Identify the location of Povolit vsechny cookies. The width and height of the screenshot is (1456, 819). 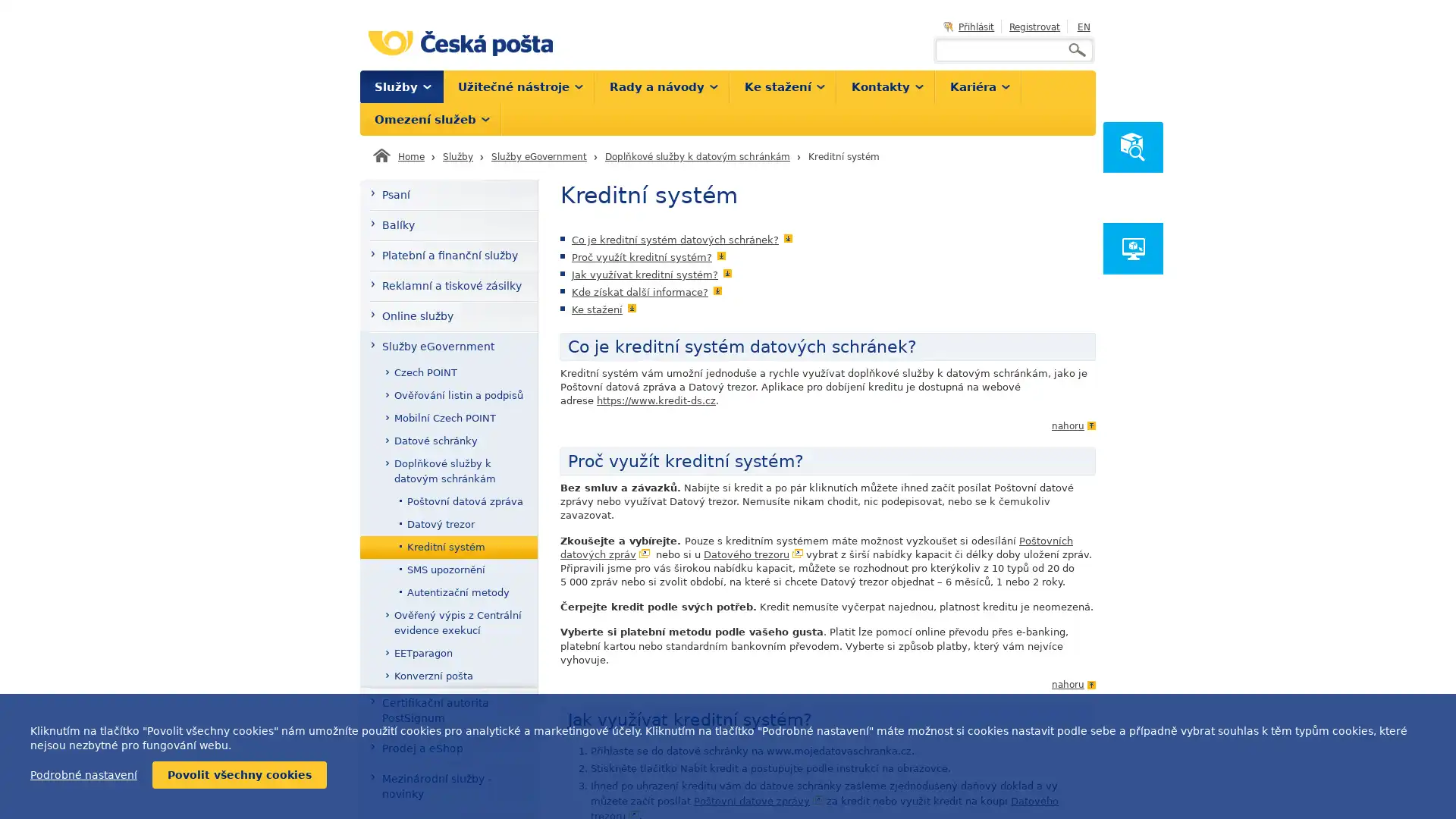
(239, 775).